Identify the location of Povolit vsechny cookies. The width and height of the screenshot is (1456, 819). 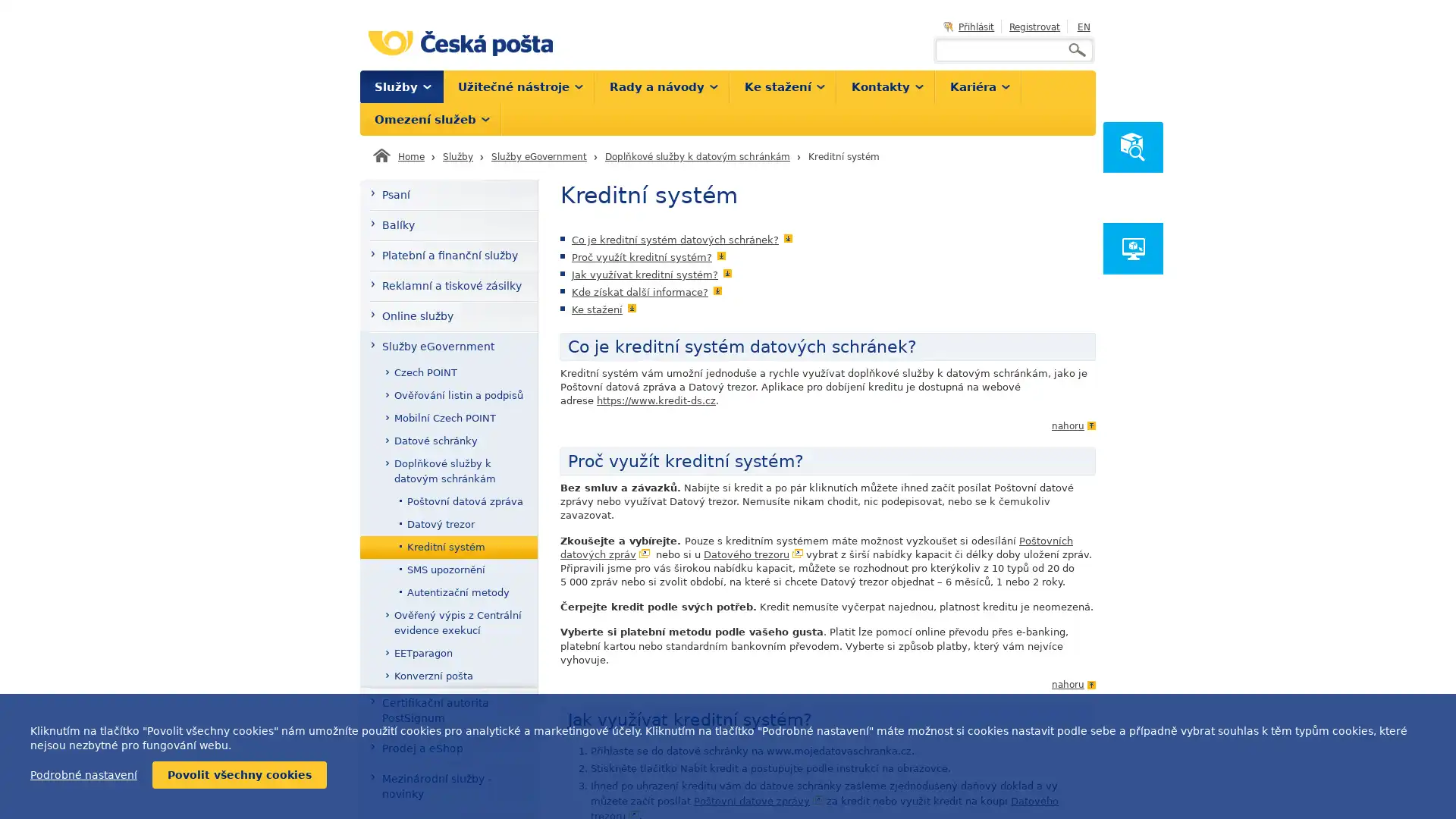
(239, 775).